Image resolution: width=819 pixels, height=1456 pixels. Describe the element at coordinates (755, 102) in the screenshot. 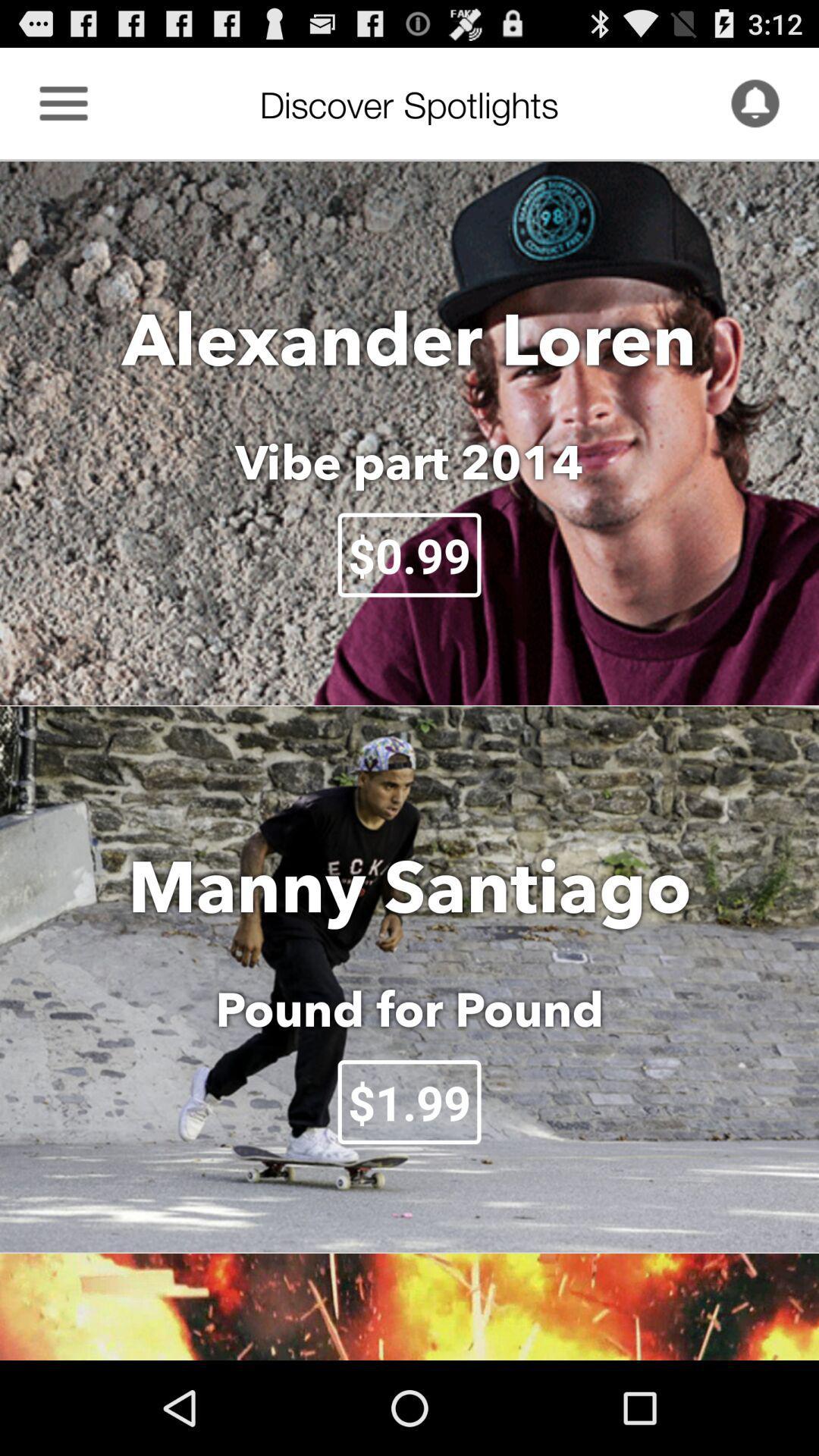

I see `snapchat` at that location.